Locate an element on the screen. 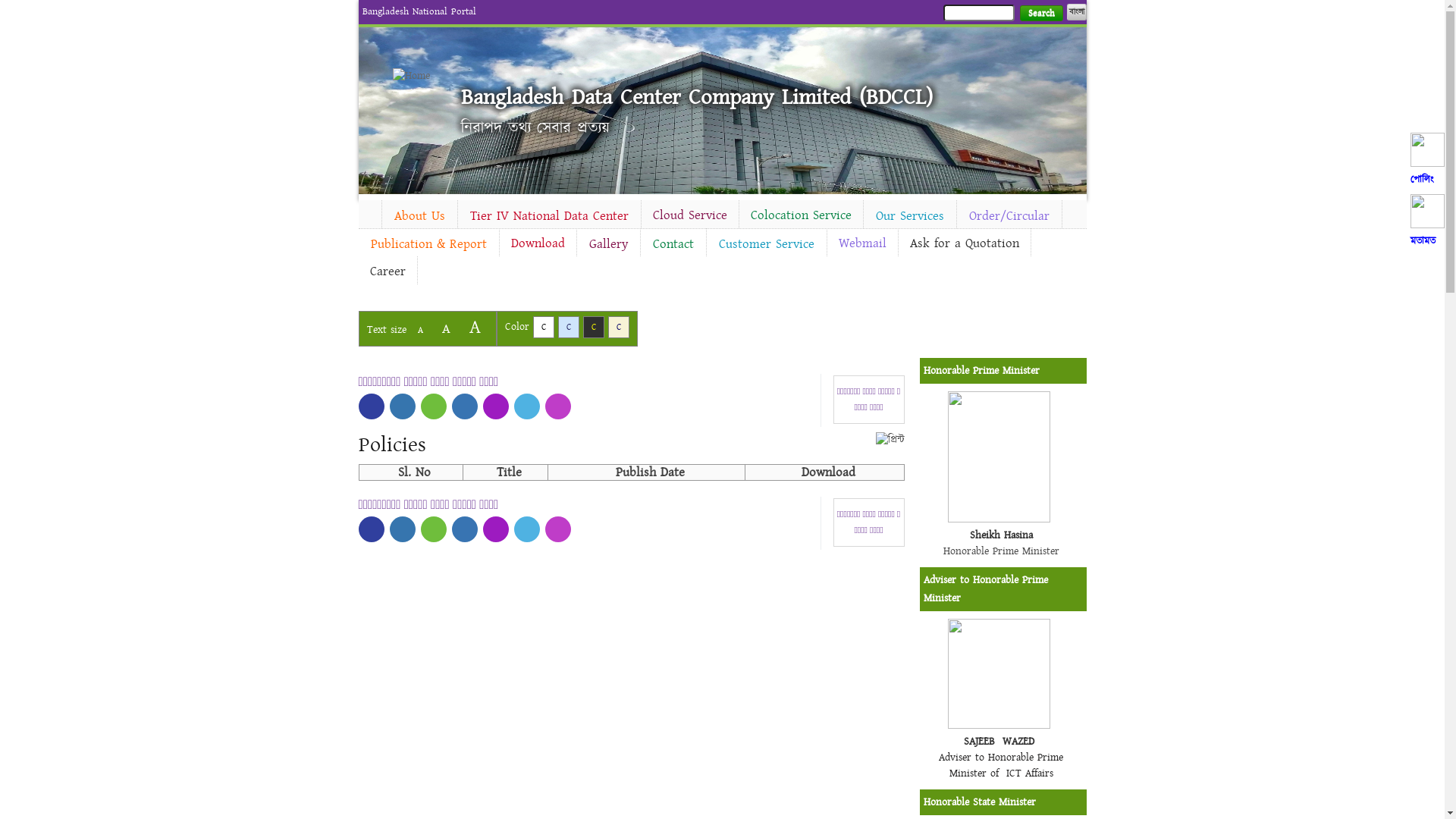 This screenshot has width=1456, height=819. 'Order/Circular' is located at coordinates (1009, 216).